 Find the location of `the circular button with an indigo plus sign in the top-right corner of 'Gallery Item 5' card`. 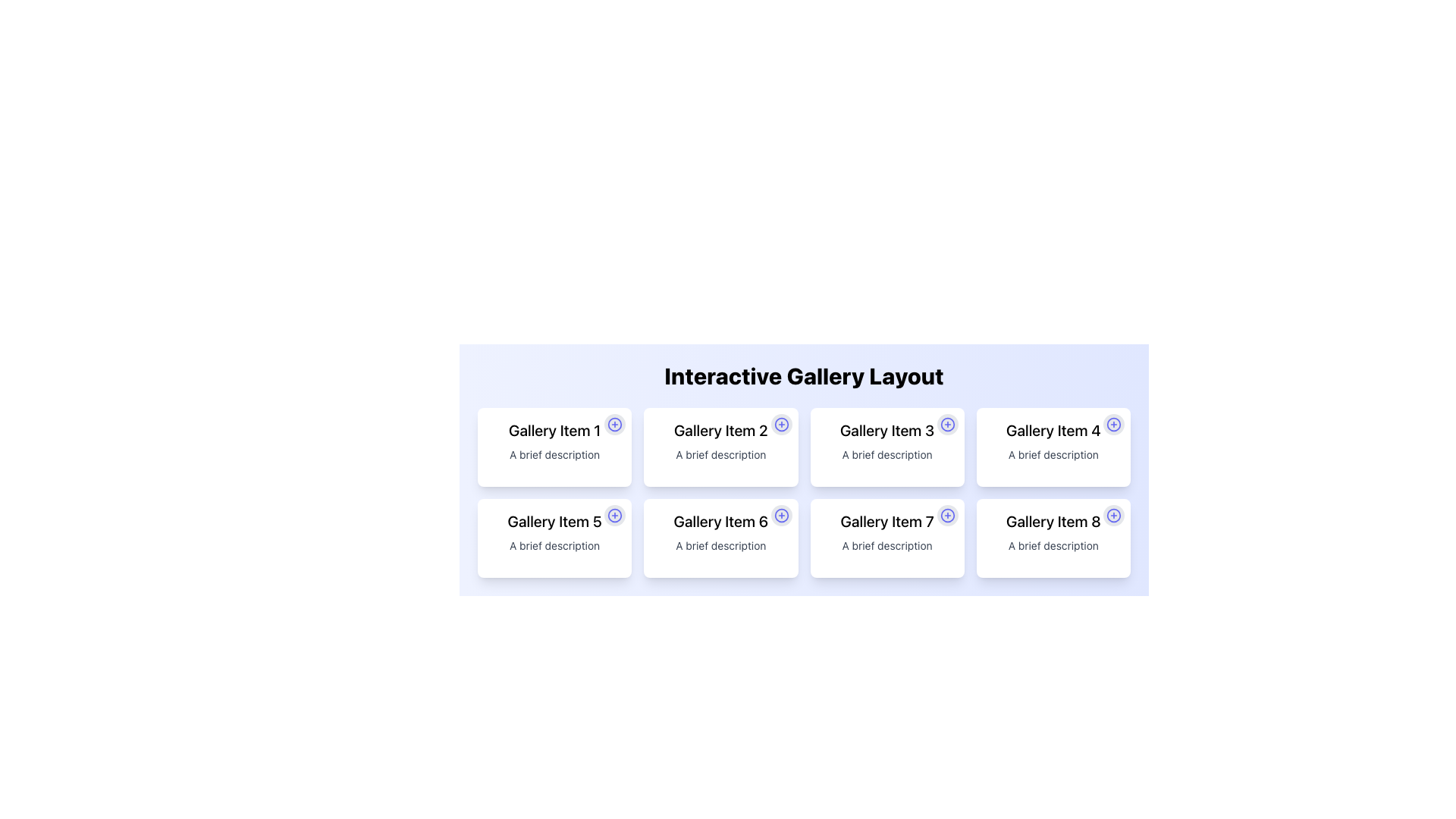

the circular button with an indigo plus sign in the top-right corner of 'Gallery Item 5' card is located at coordinates (615, 514).